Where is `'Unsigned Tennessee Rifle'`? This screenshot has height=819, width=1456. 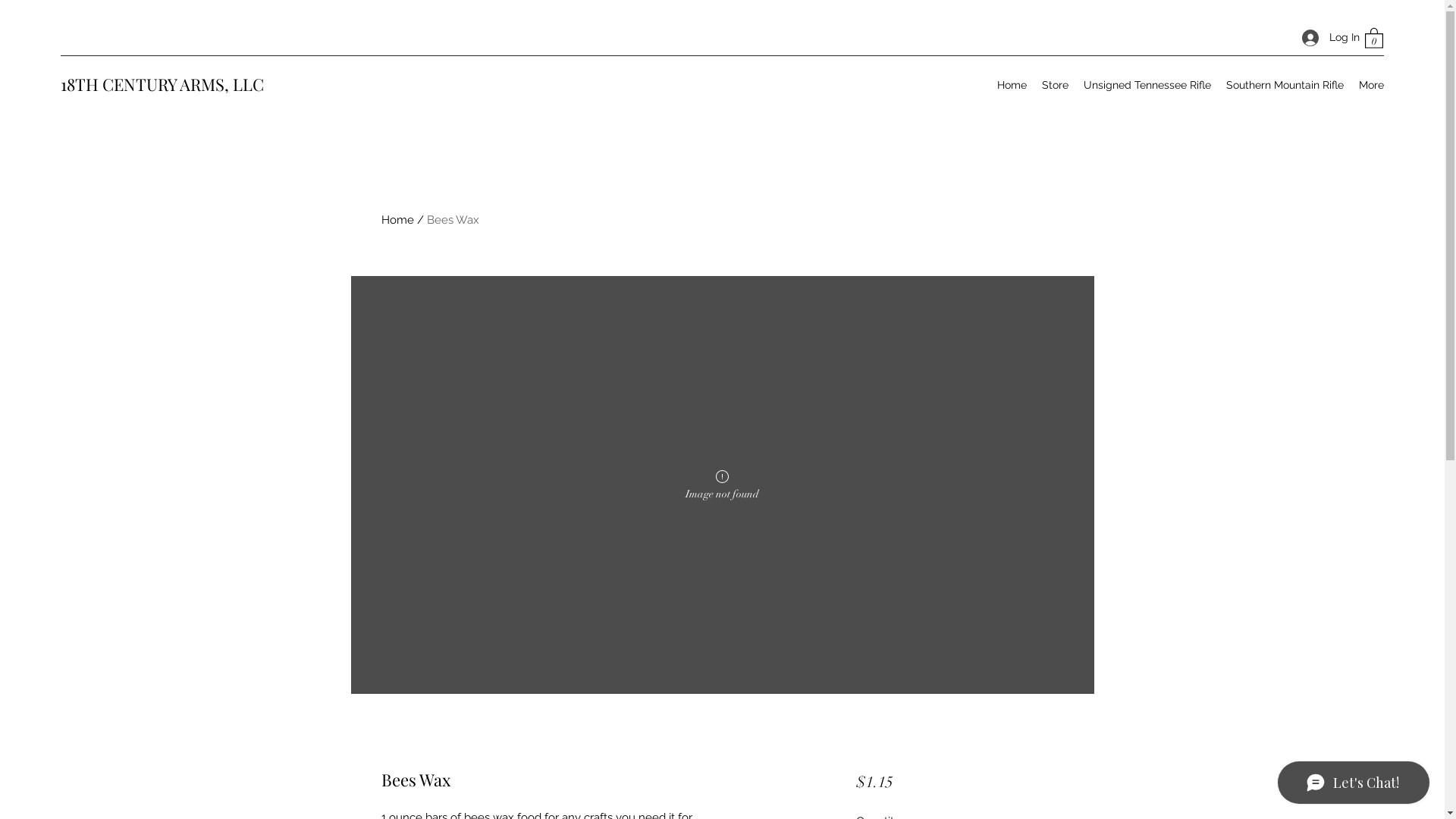 'Unsigned Tennessee Rifle' is located at coordinates (1147, 84).